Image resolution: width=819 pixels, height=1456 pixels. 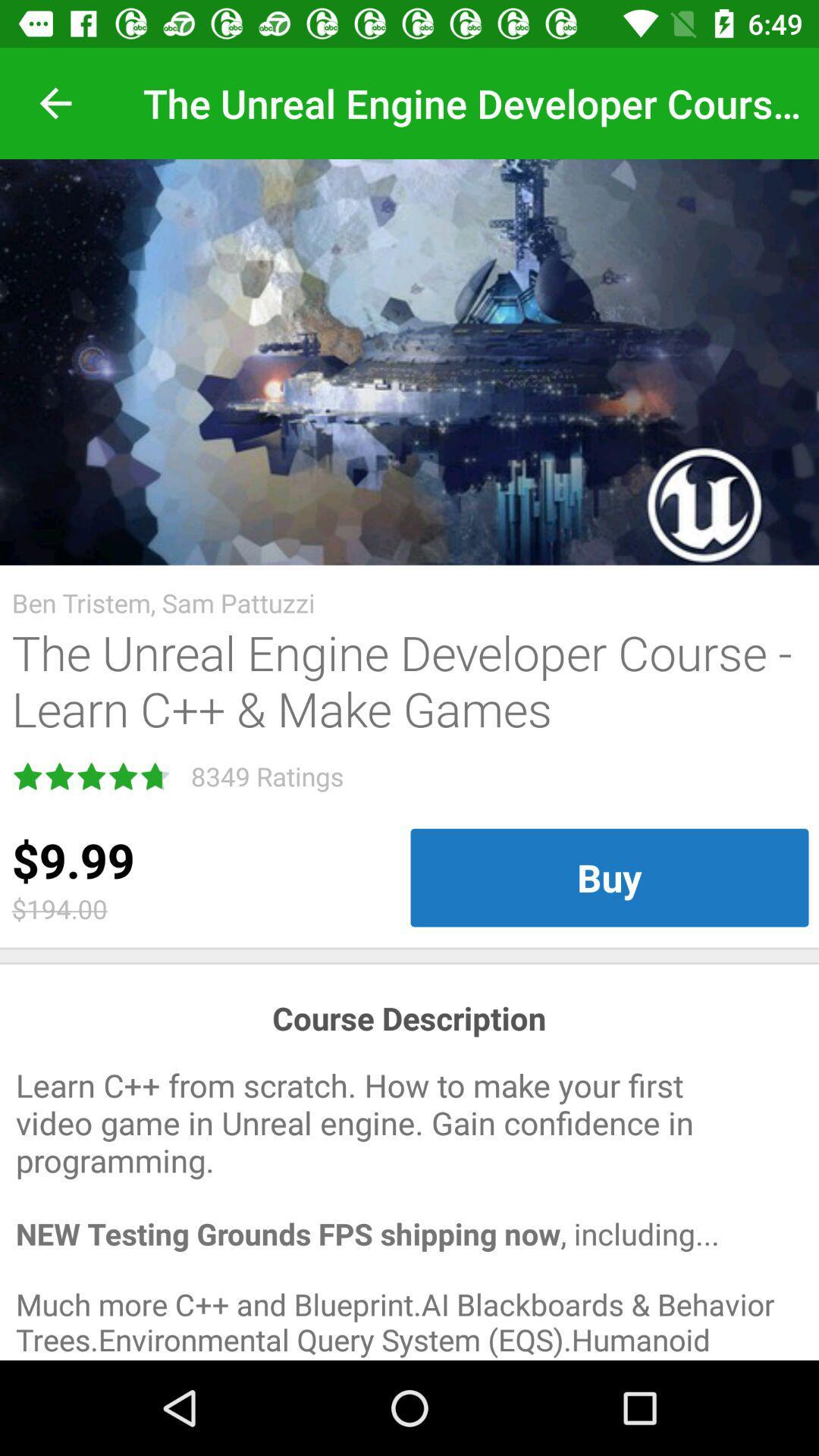 I want to click on the buy, so click(x=608, y=877).